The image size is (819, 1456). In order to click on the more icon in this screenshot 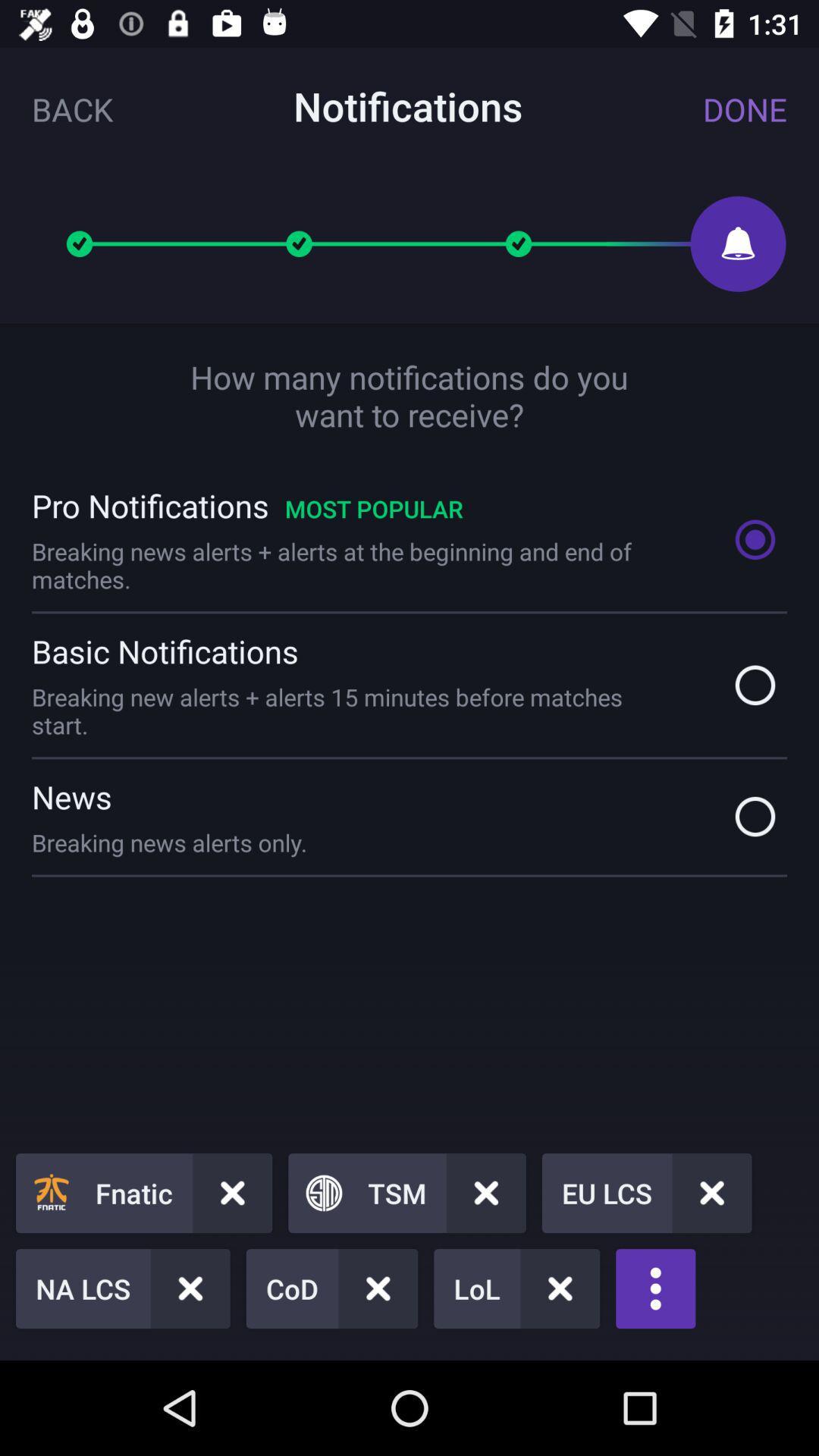, I will do `click(654, 1288)`.